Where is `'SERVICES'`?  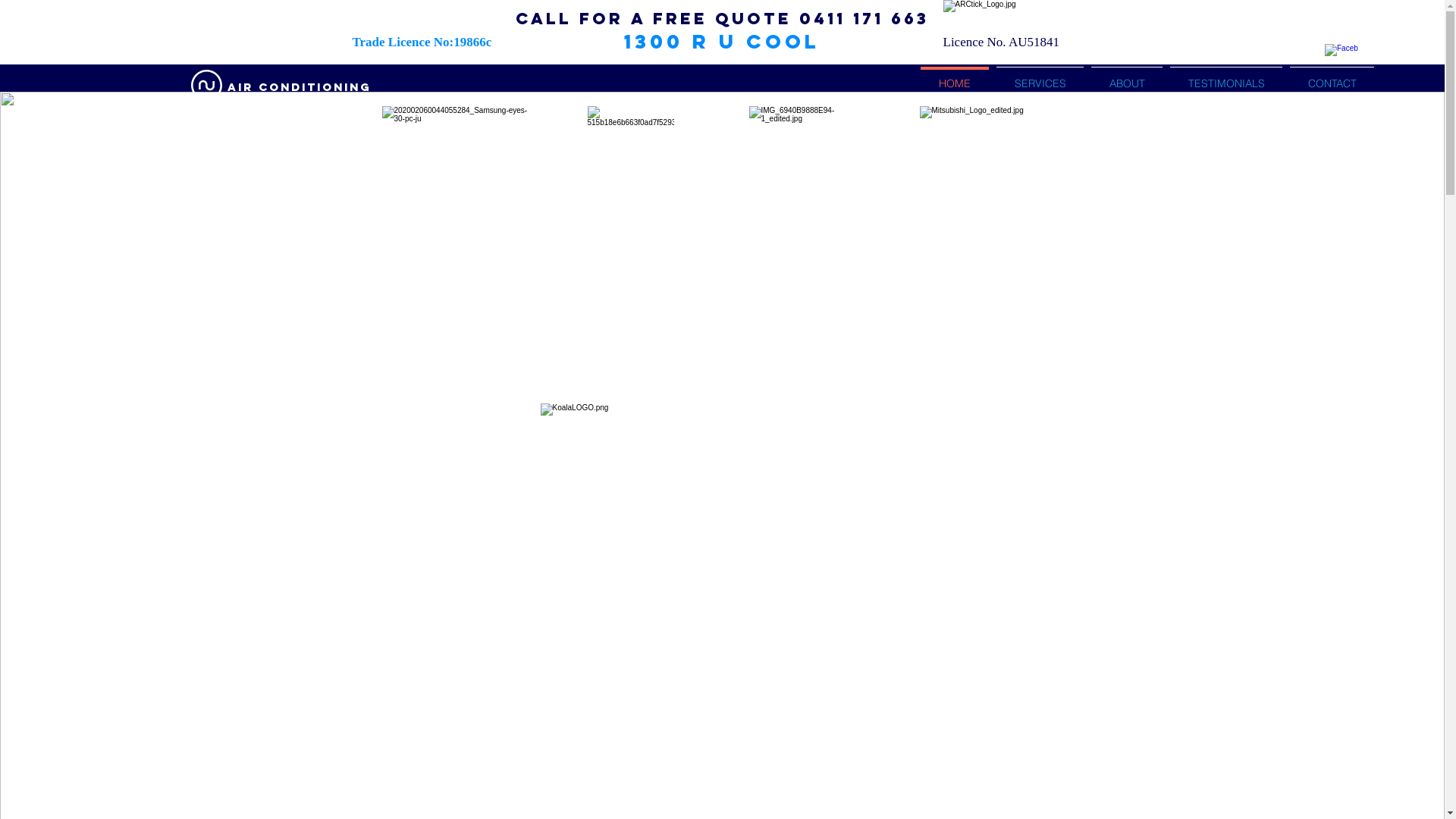
'SERVICES' is located at coordinates (993, 77).